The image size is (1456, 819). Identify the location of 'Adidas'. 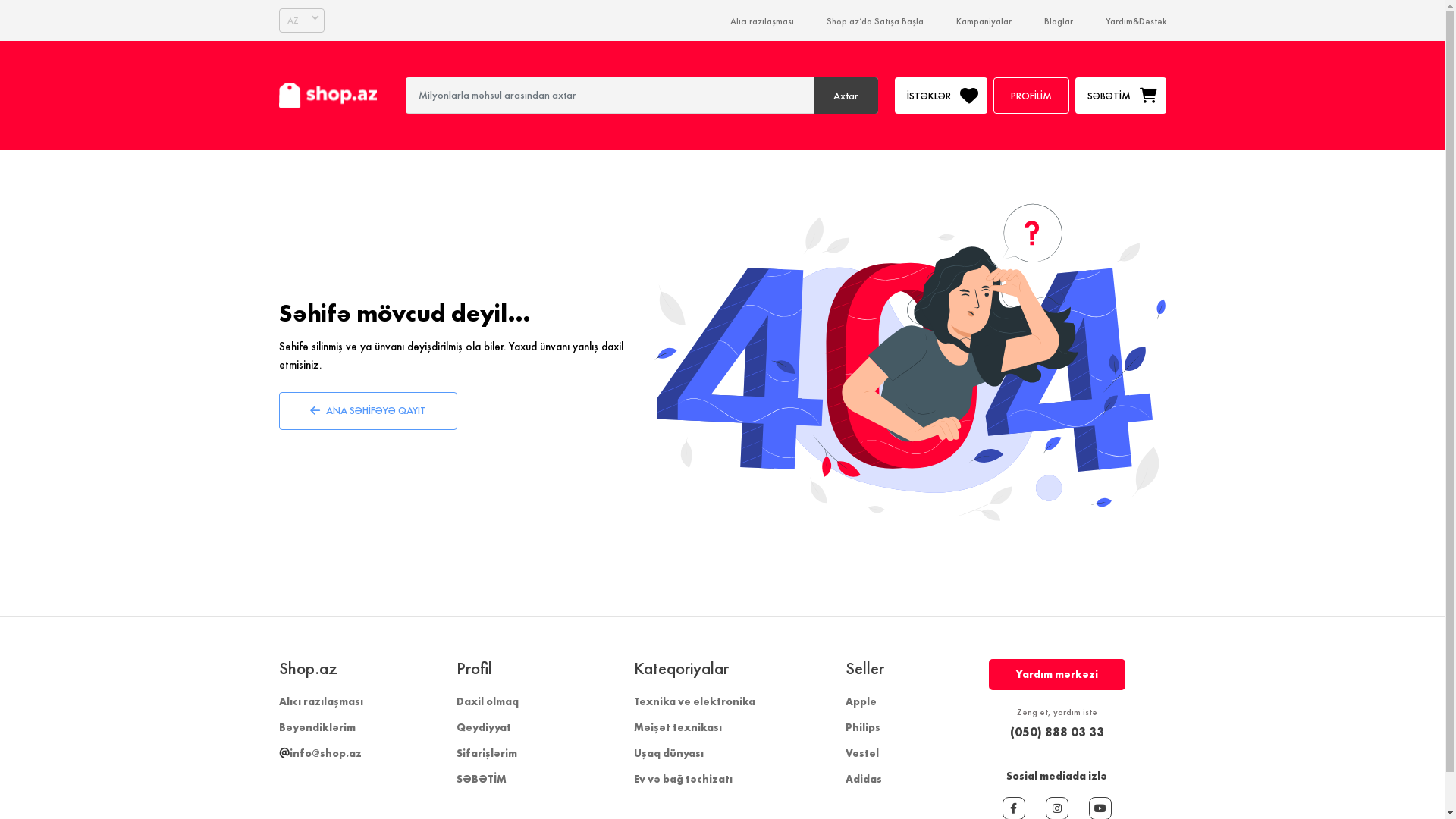
(862, 778).